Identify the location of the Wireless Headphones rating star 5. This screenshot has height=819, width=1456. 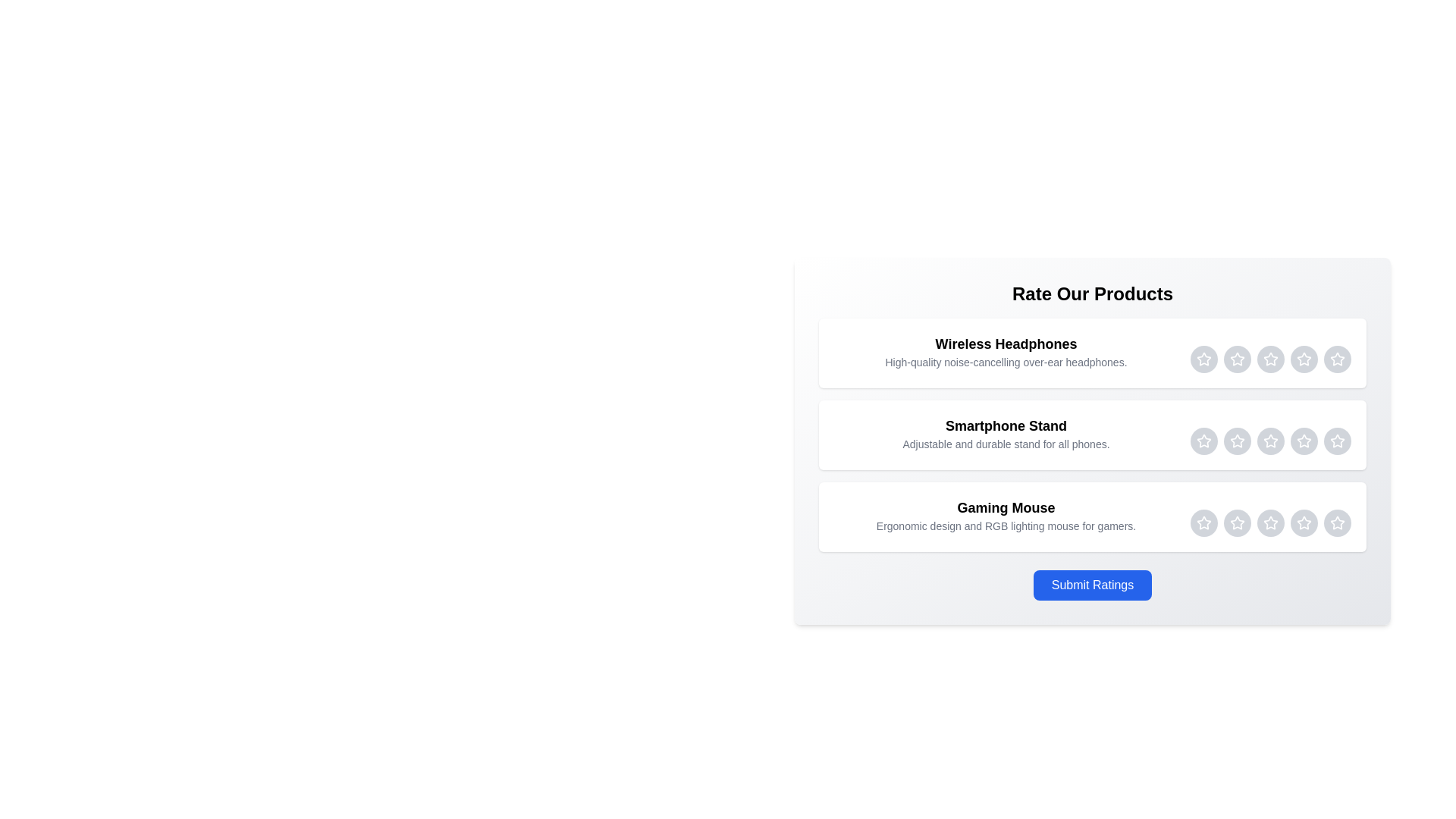
(1337, 359).